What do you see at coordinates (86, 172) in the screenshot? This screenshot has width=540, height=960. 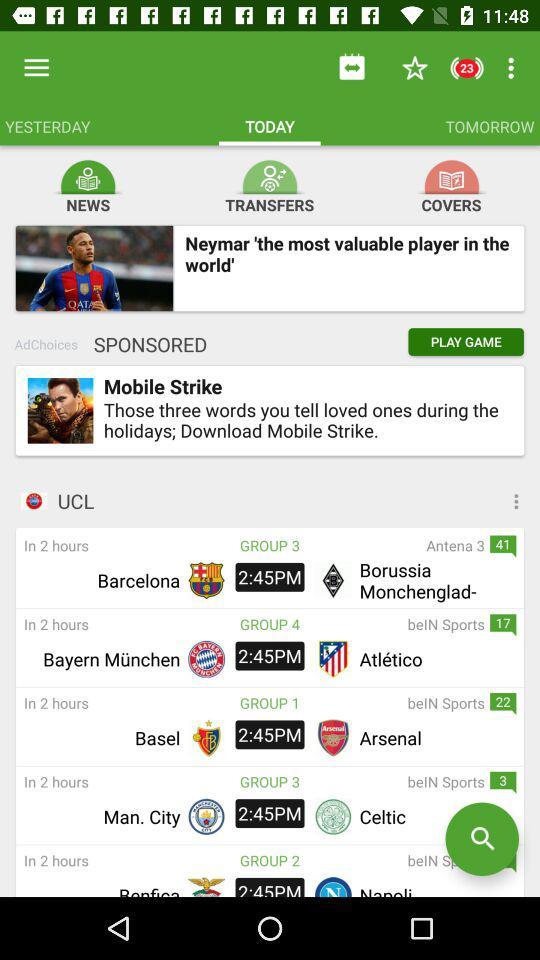 I see `the icon to the left of the transfers item` at bounding box center [86, 172].